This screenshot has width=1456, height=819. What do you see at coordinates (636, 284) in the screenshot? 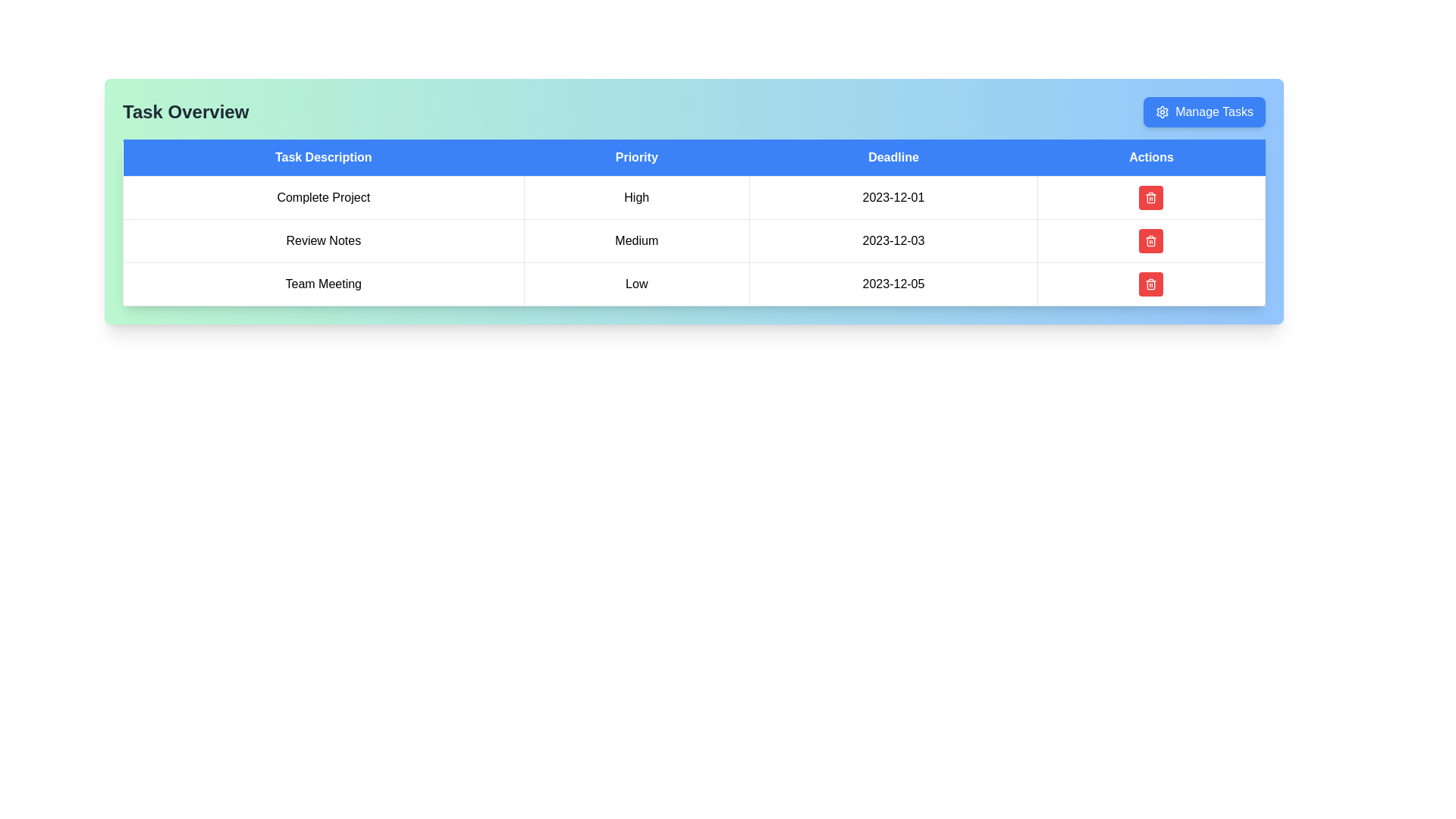
I see `the 'Low' priority text label for the 'Team Meeting' task in the table, which indicates the urgency level of the task` at bounding box center [636, 284].